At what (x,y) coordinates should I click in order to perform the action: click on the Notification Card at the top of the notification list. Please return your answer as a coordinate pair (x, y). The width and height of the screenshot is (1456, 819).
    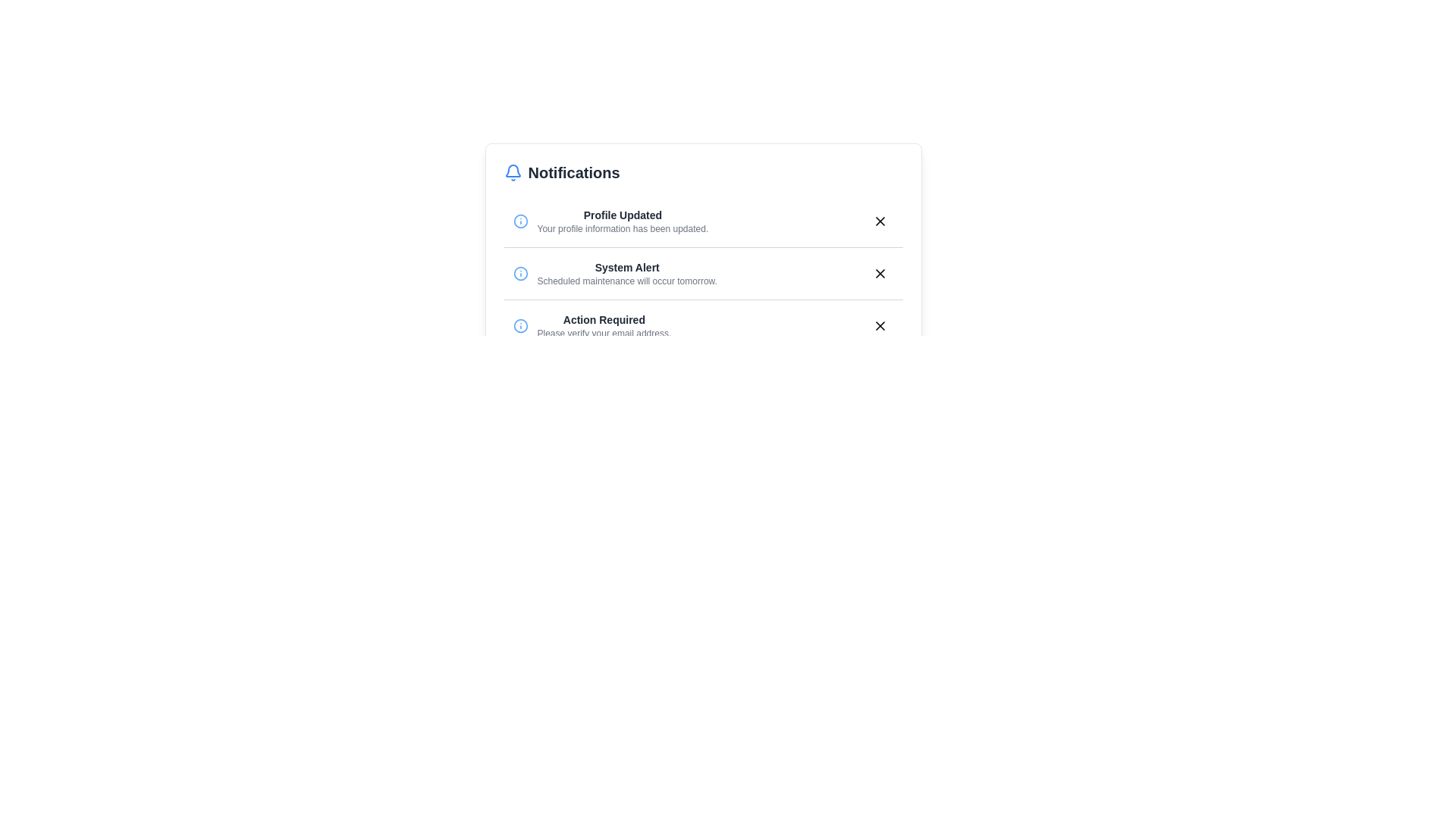
    Looking at the image, I should click on (702, 221).